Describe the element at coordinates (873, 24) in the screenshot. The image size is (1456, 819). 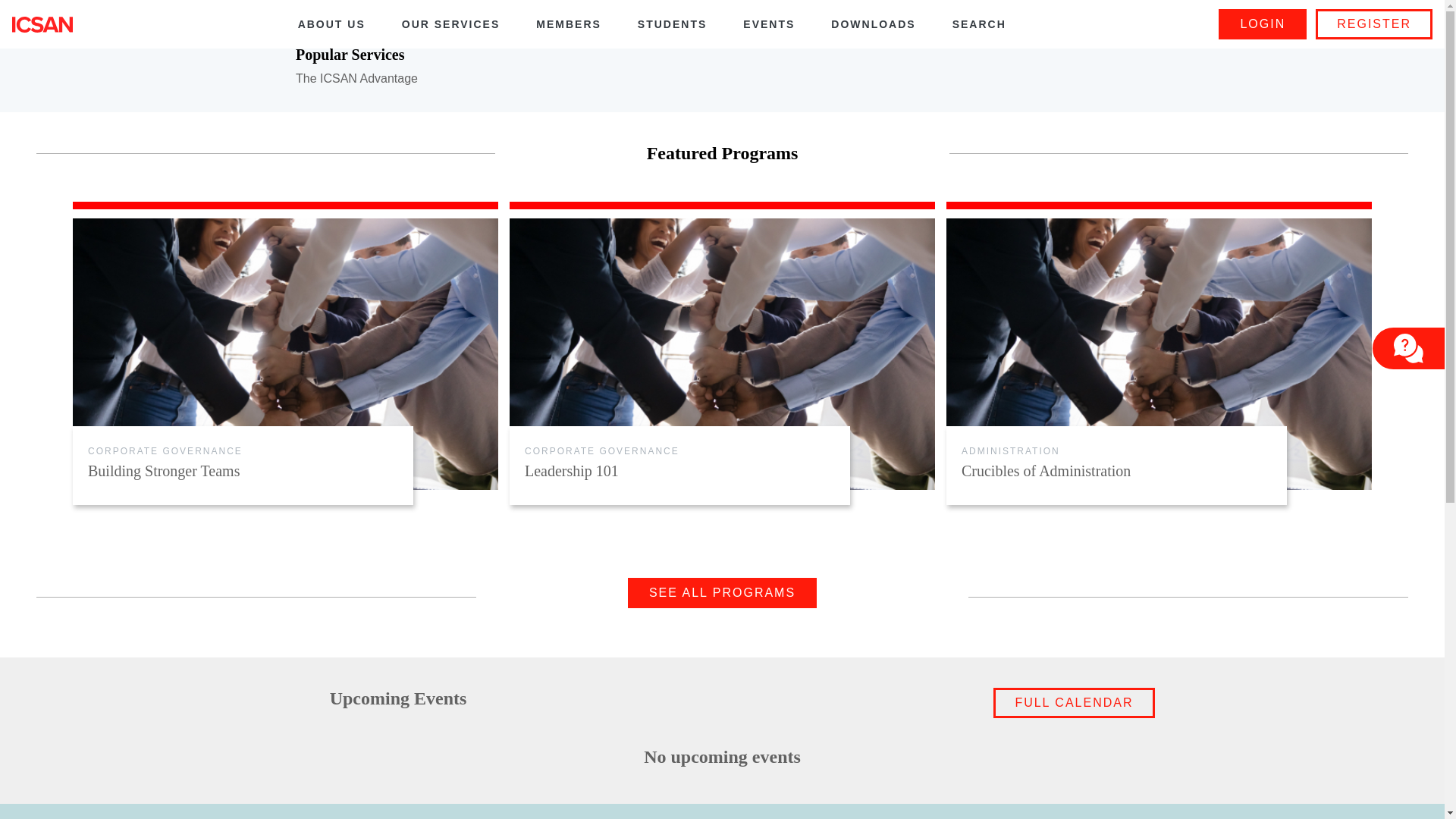
I see `'DOWNLOADS'` at that location.